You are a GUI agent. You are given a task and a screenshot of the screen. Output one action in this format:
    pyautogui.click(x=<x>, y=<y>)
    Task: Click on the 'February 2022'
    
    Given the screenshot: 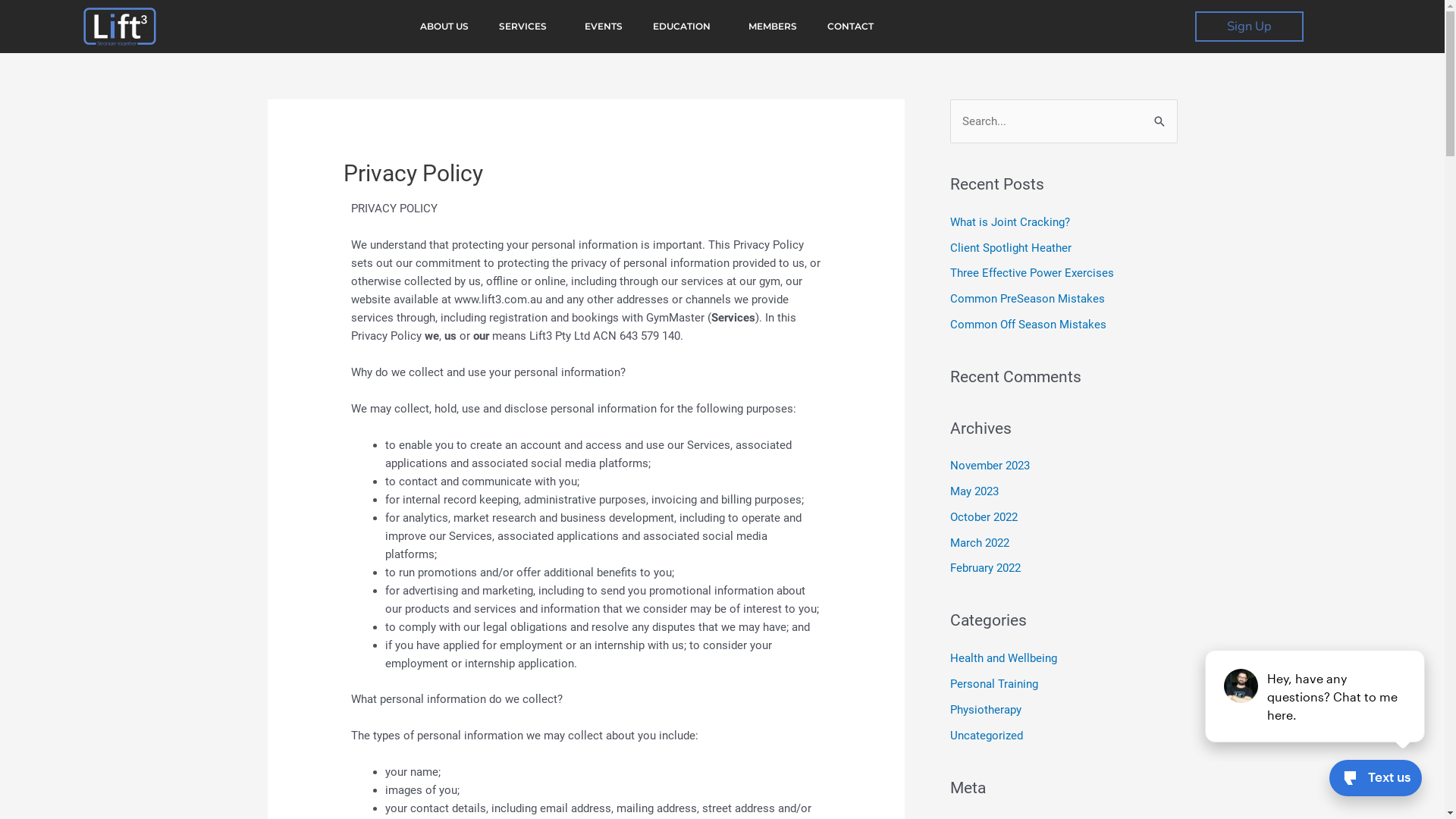 What is the action you would take?
    pyautogui.click(x=984, y=567)
    